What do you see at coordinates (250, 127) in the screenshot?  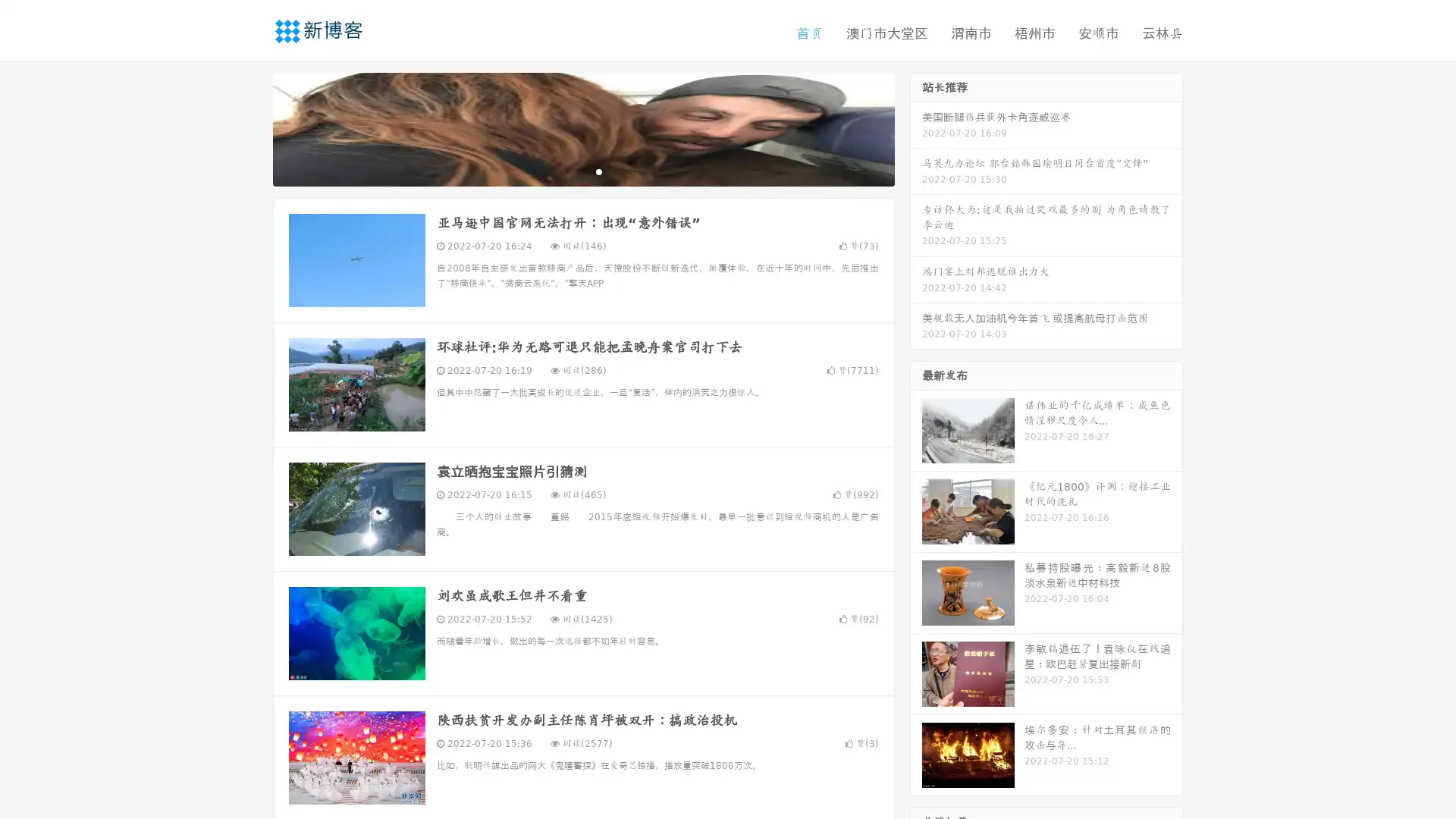 I see `Previous slide` at bounding box center [250, 127].